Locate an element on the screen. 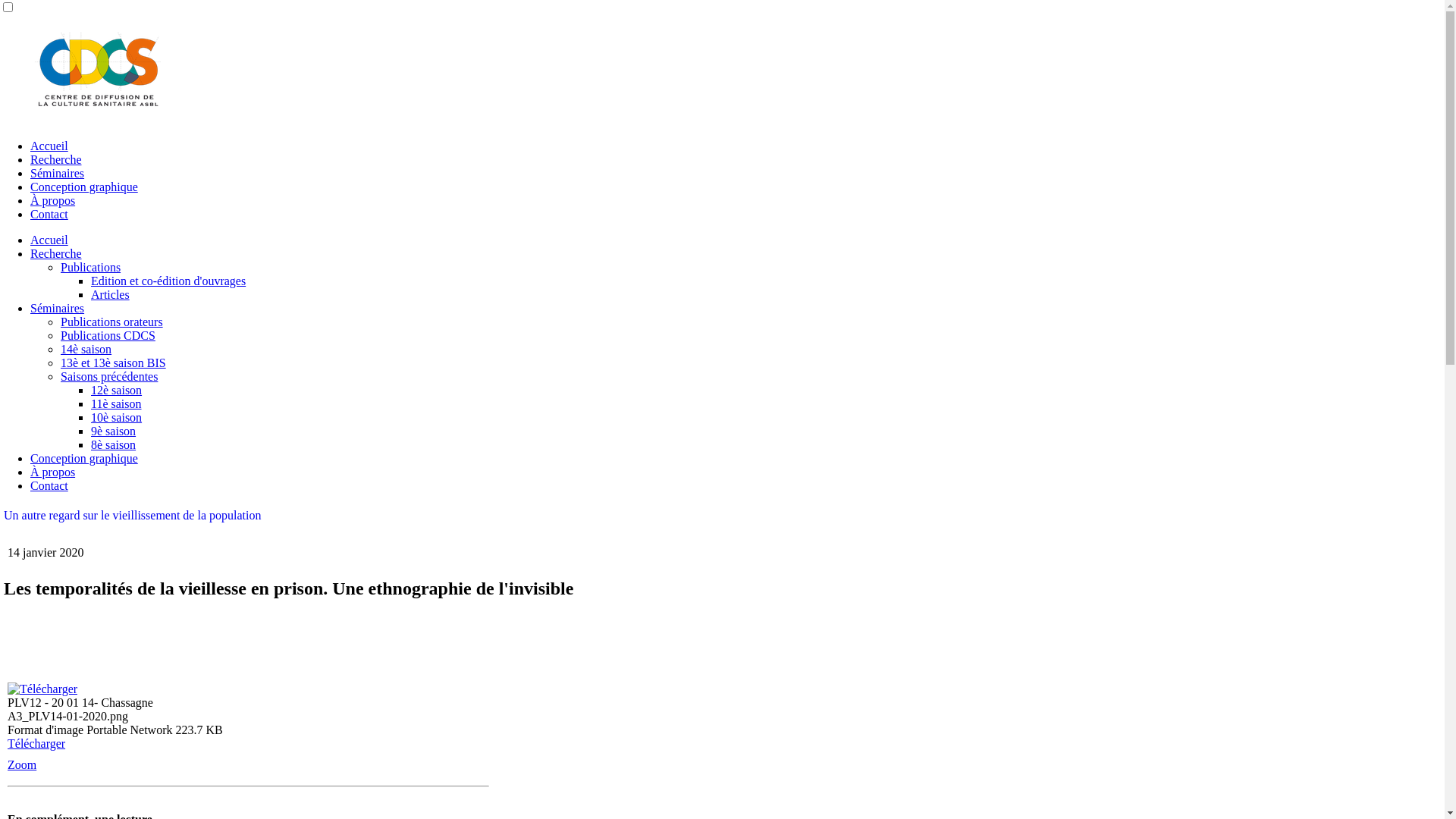 The height and width of the screenshot is (819, 1456). 'Publications orateurs' is located at coordinates (111, 321).